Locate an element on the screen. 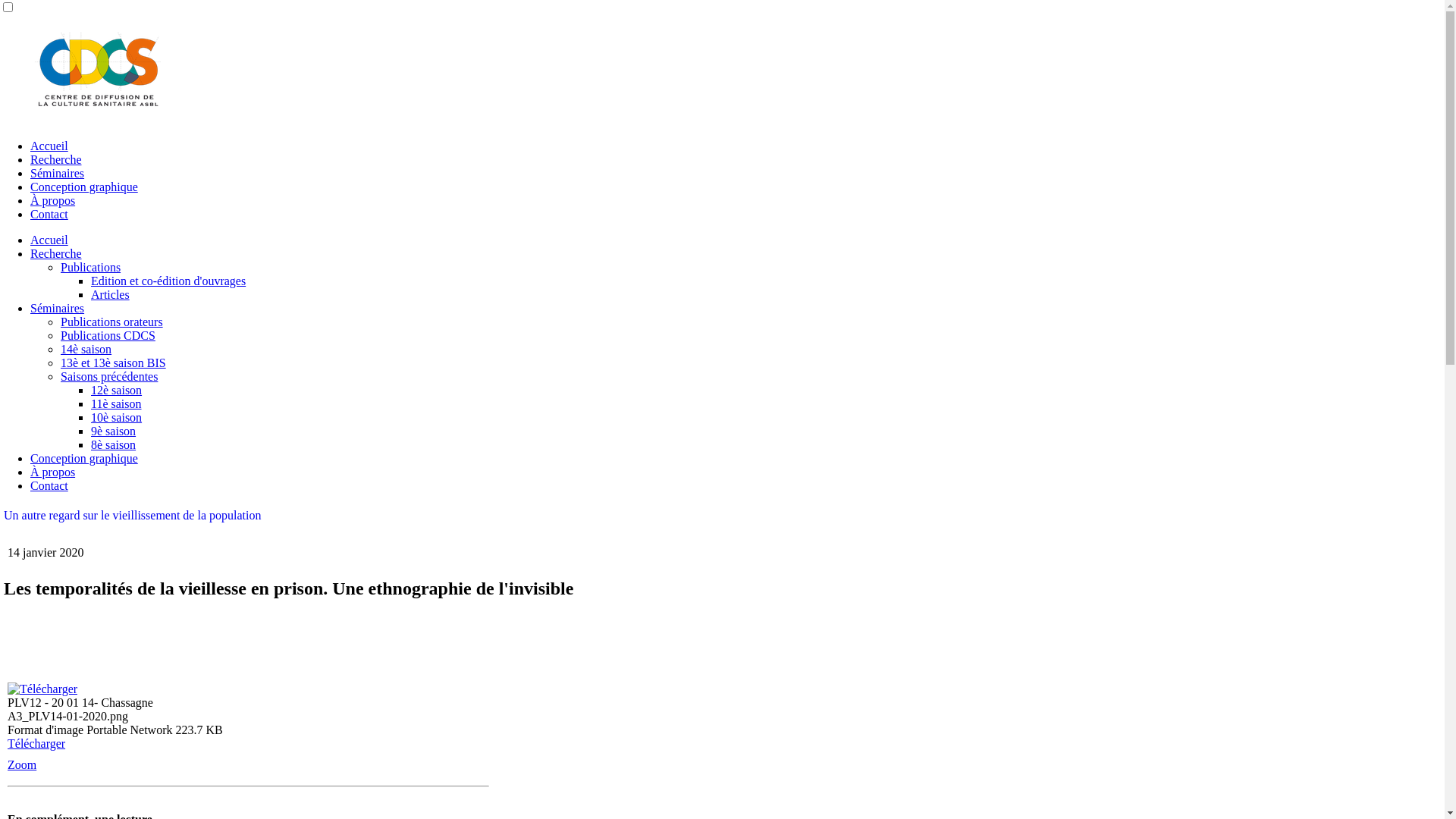 The height and width of the screenshot is (819, 1456). 'Publications orateurs' is located at coordinates (111, 321).